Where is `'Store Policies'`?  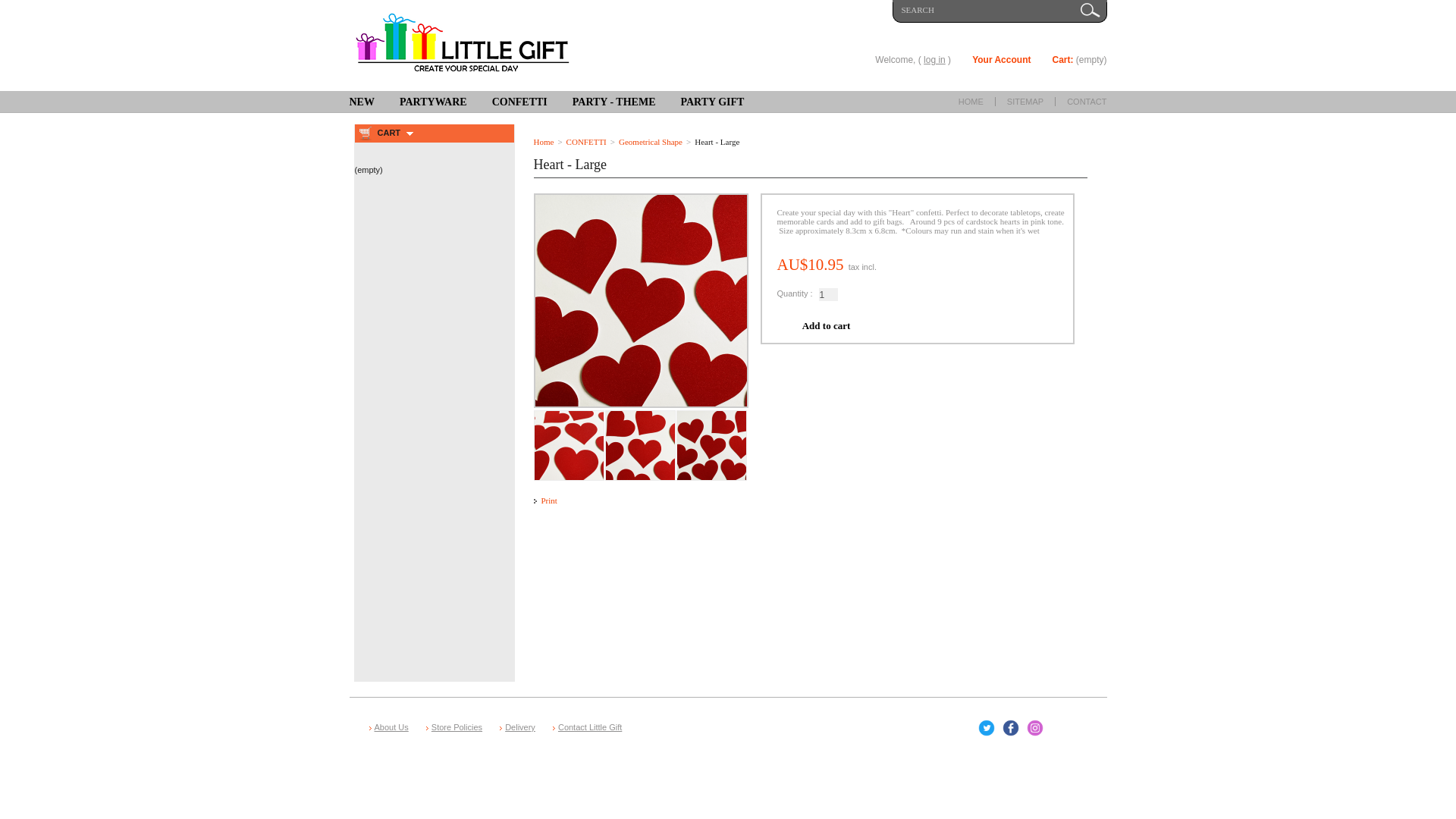
'Store Policies' is located at coordinates (456, 726).